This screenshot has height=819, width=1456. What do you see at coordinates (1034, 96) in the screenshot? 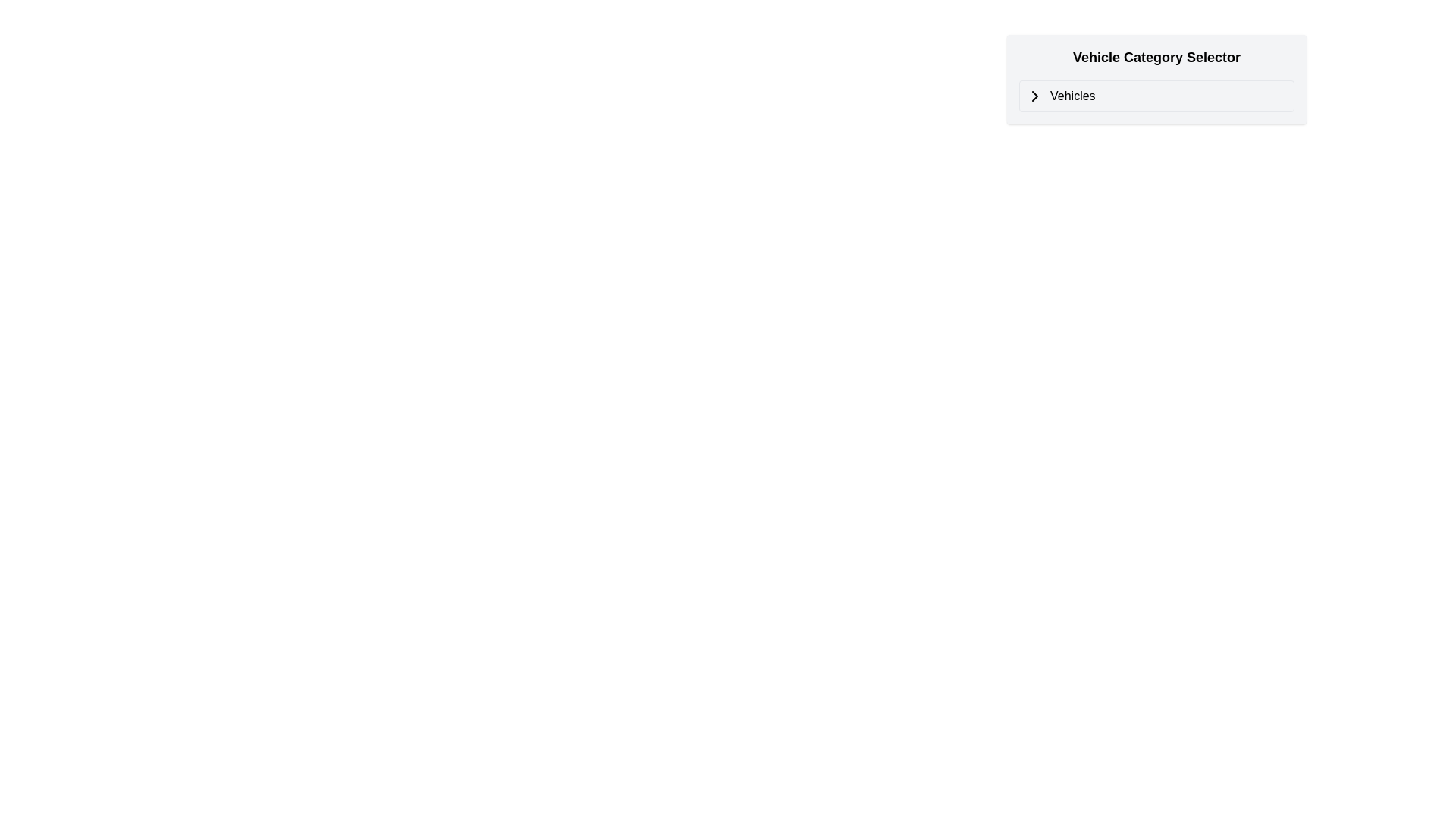
I see `the right-facing chevron icon within the dropdown menu labeled 'Vehicle Category Selector', located next to the text label 'Vehicles'` at bounding box center [1034, 96].